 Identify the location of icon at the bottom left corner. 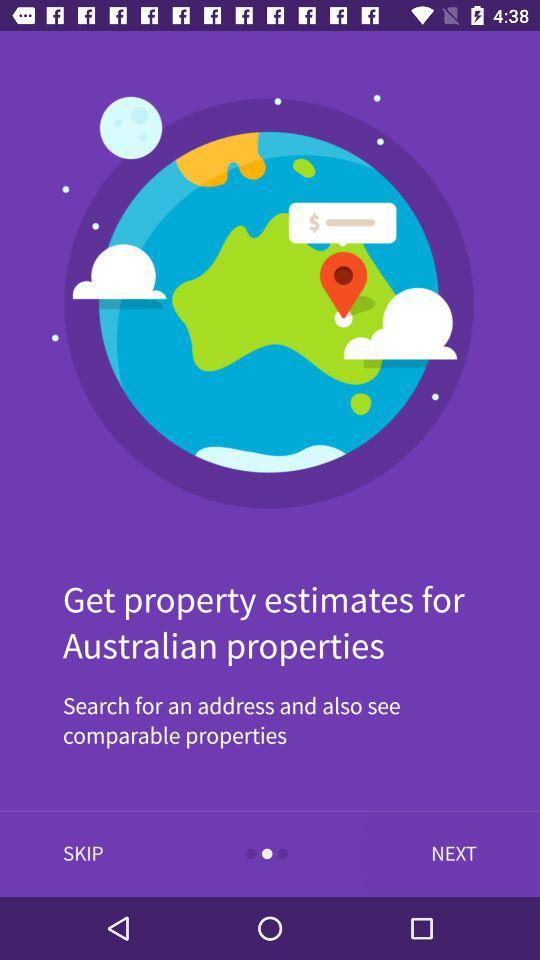
(82, 853).